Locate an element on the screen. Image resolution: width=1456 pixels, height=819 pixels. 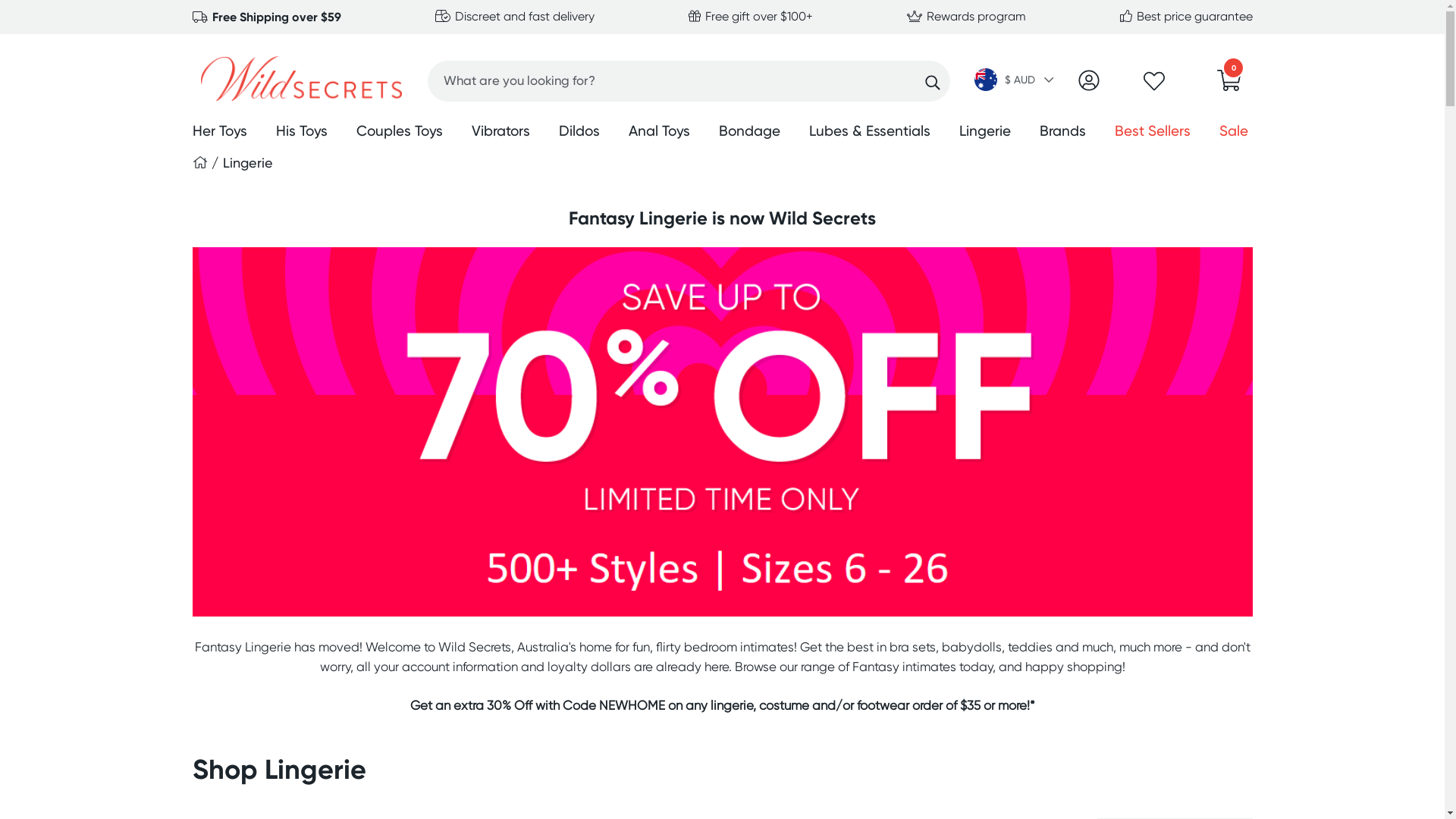
'Lingerie' is located at coordinates (247, 162).